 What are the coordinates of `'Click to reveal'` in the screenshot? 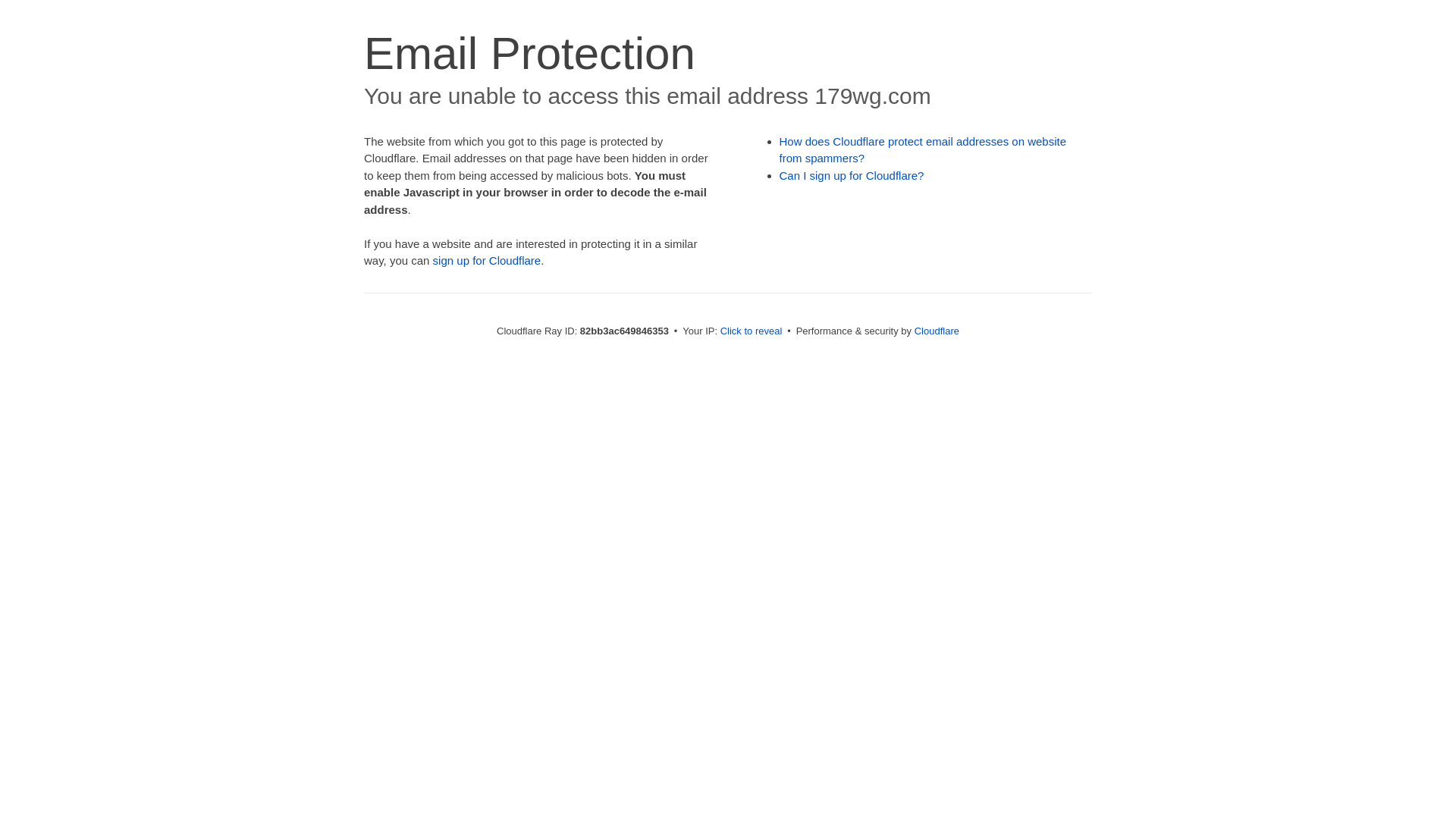 It's located at (751, 330).